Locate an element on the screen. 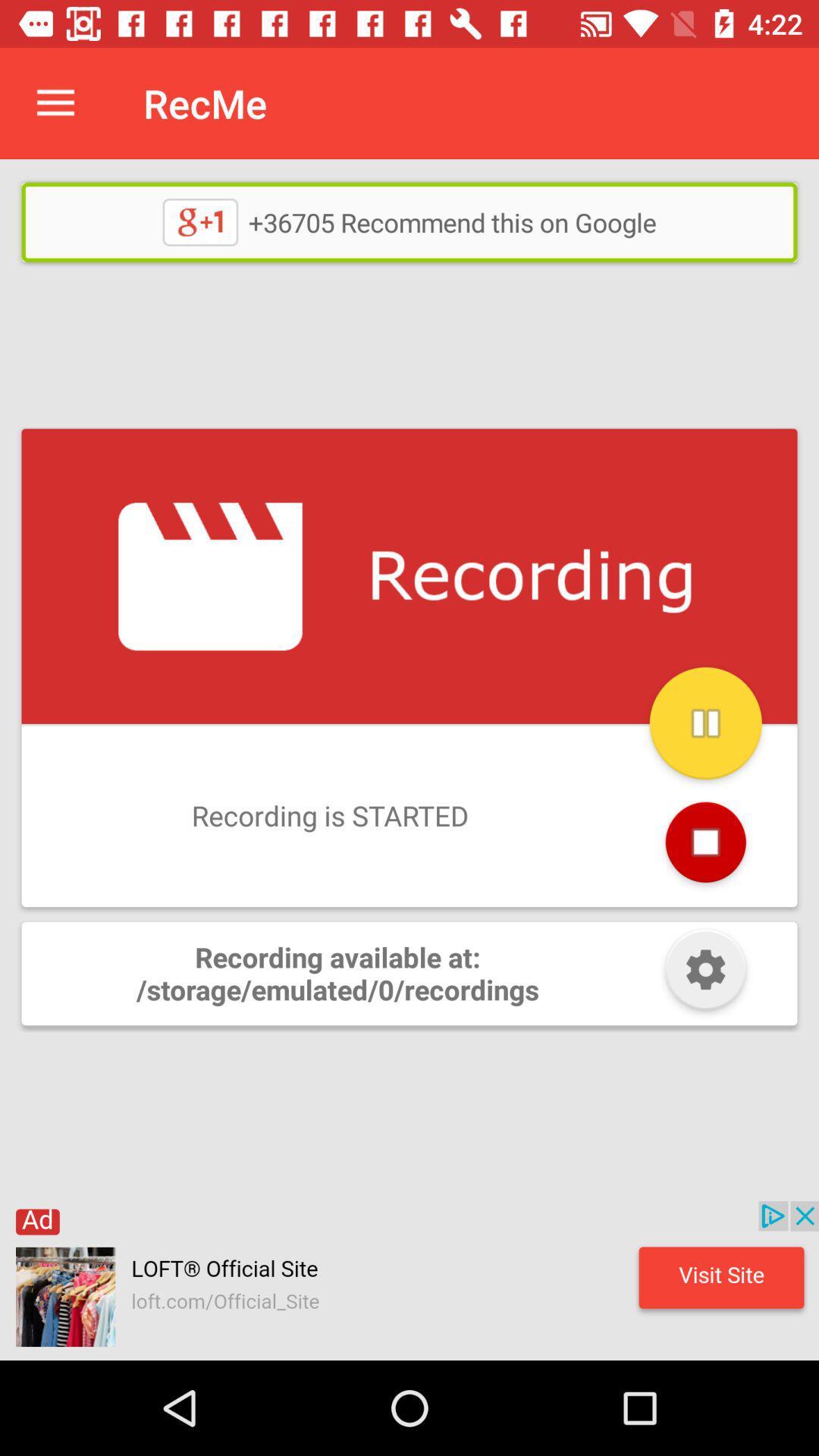 The width and height of the screenshot is (819, 1456). opening settings is located at coordinates (705, 973).